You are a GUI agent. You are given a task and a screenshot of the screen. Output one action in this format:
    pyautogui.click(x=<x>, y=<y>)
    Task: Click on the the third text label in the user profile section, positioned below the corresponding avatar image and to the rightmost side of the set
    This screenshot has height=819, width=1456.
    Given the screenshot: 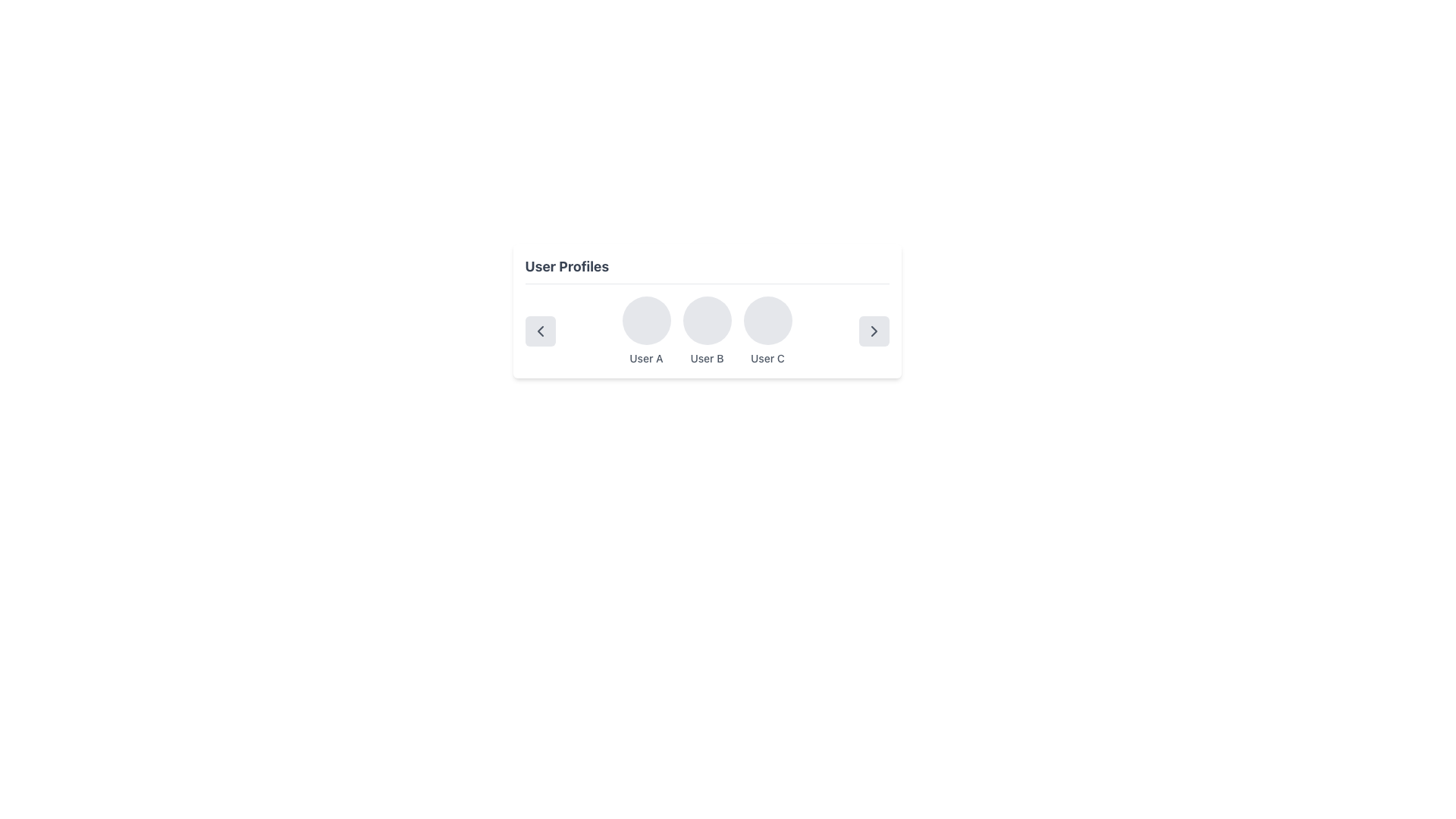 What is the action you would take?
    pyautogui.click(x=767, y=359)
    